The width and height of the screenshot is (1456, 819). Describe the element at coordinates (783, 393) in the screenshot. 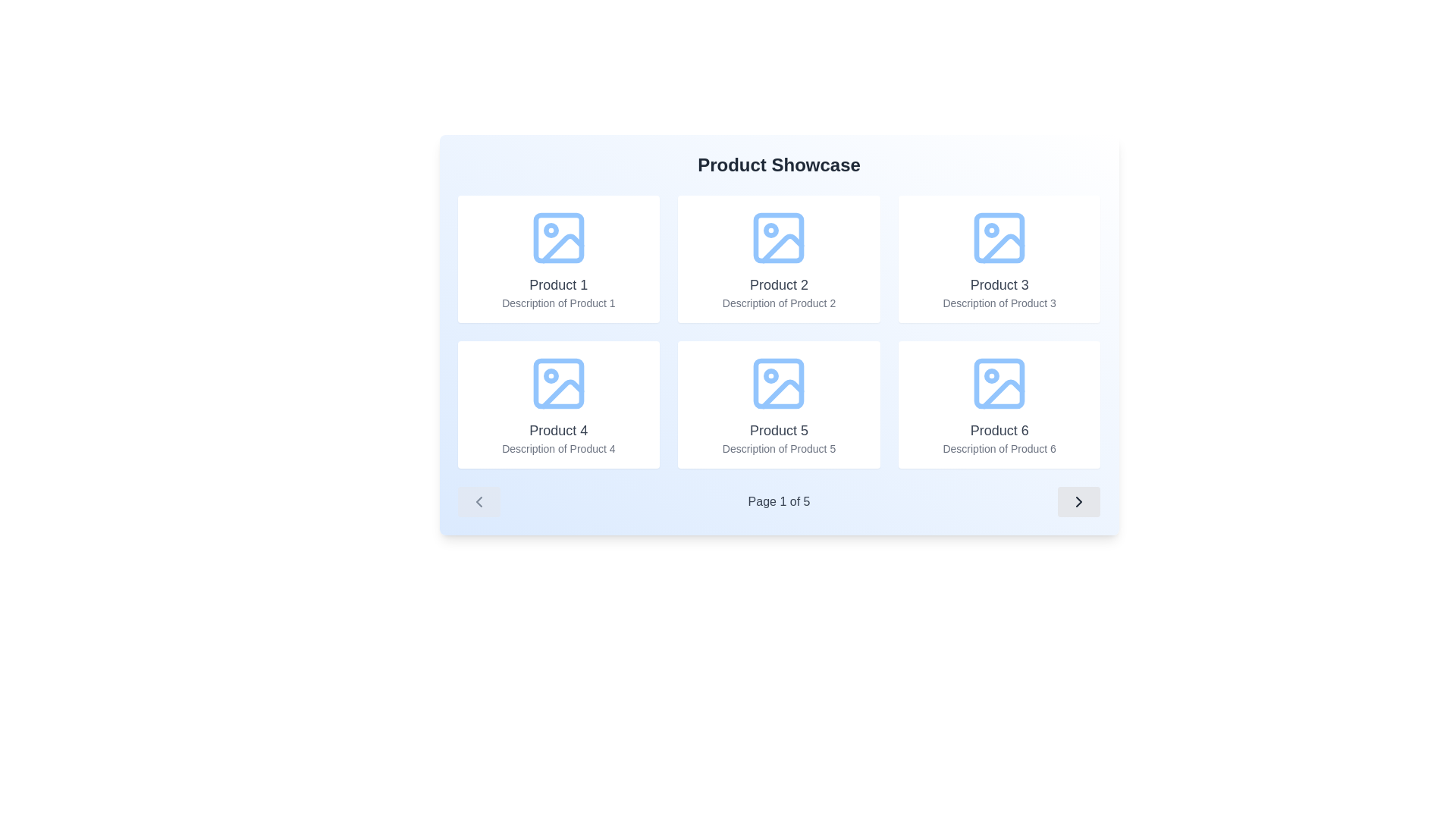

I see `the decorative iconic vector graphic located in the center image placeholder of the second row and first column in the six-item grid` at that location.